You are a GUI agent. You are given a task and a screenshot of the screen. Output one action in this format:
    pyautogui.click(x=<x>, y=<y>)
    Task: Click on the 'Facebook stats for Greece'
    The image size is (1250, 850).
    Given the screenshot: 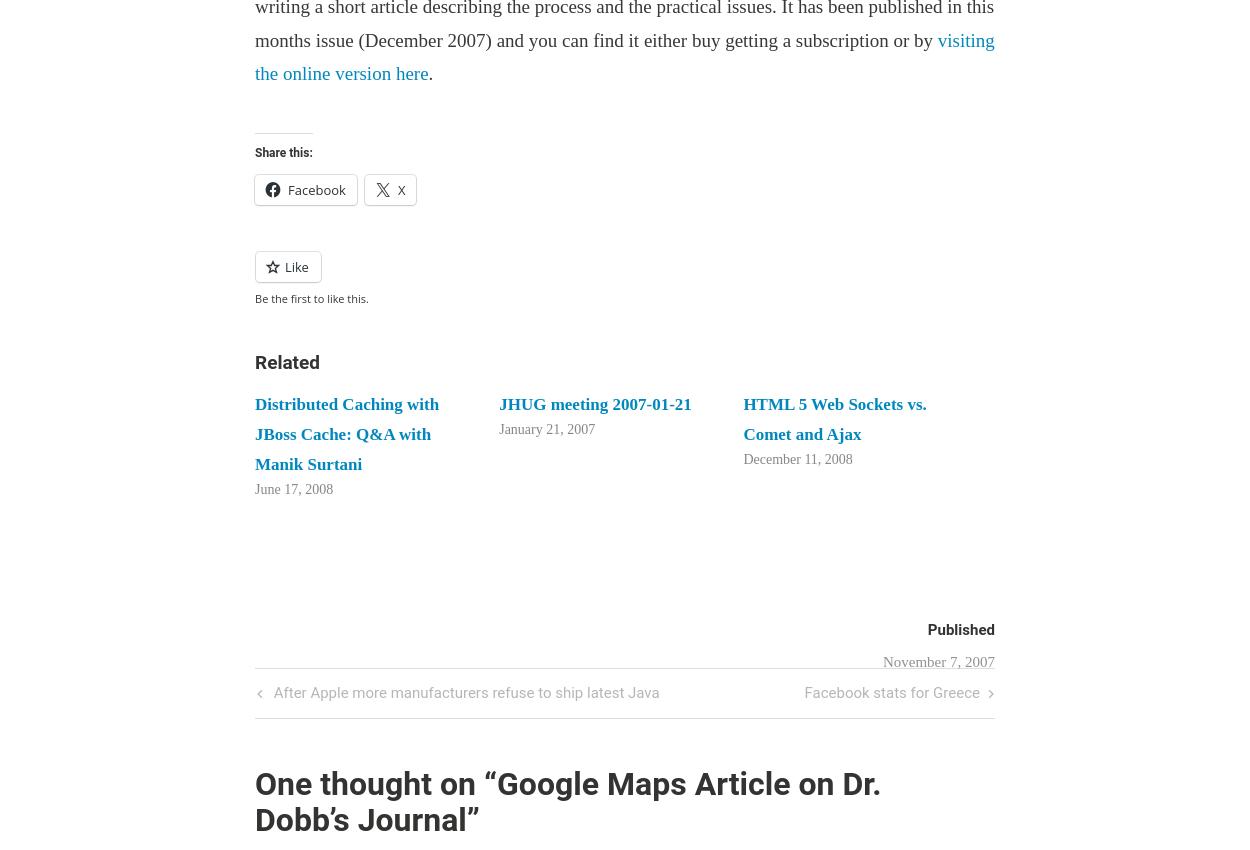 What is the action you would take?
    pyautogui.click(x=892, y=692)
    